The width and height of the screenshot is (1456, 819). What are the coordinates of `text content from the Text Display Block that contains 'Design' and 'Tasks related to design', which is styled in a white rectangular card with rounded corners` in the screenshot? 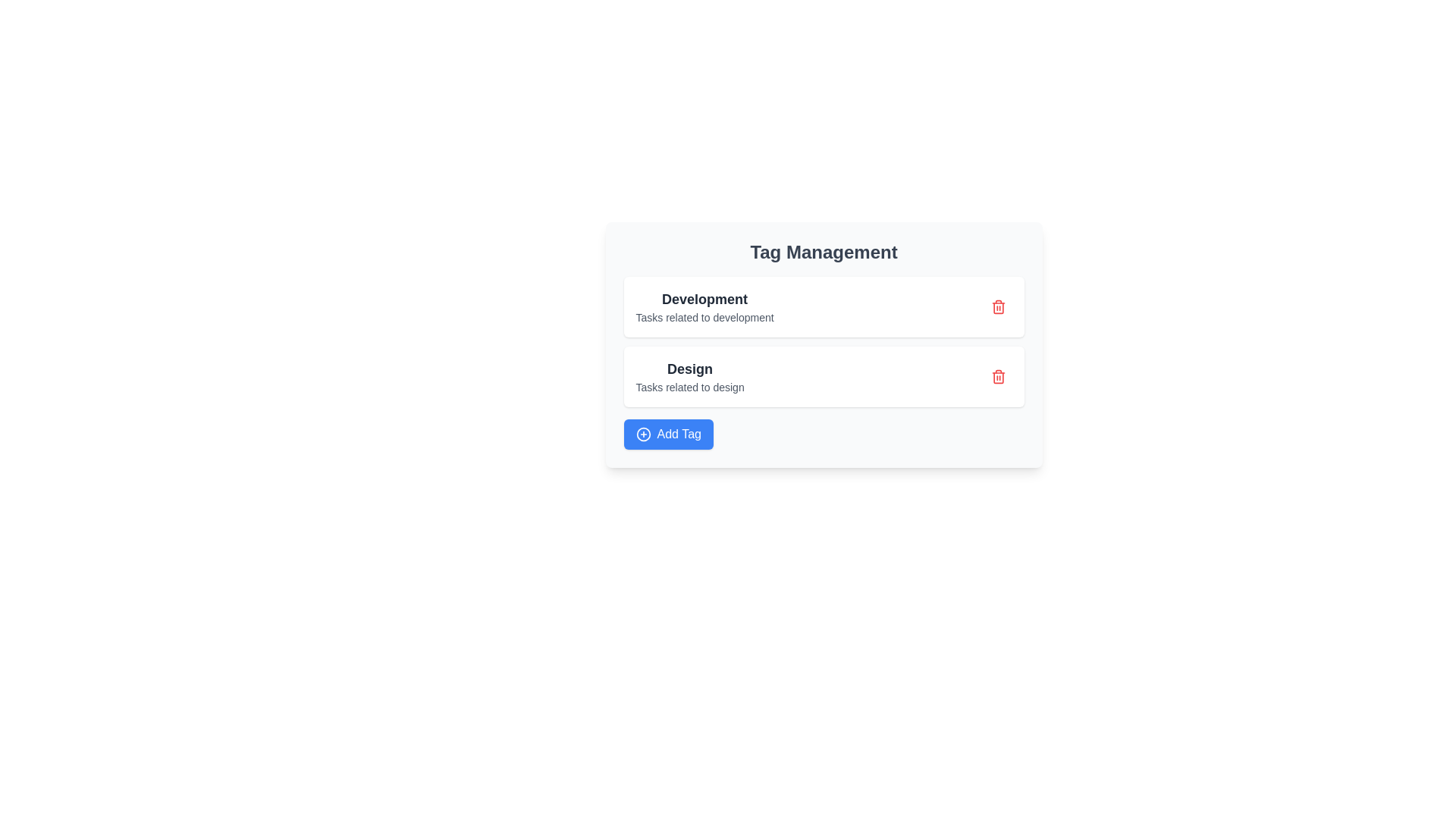 It's located at (689, 376).